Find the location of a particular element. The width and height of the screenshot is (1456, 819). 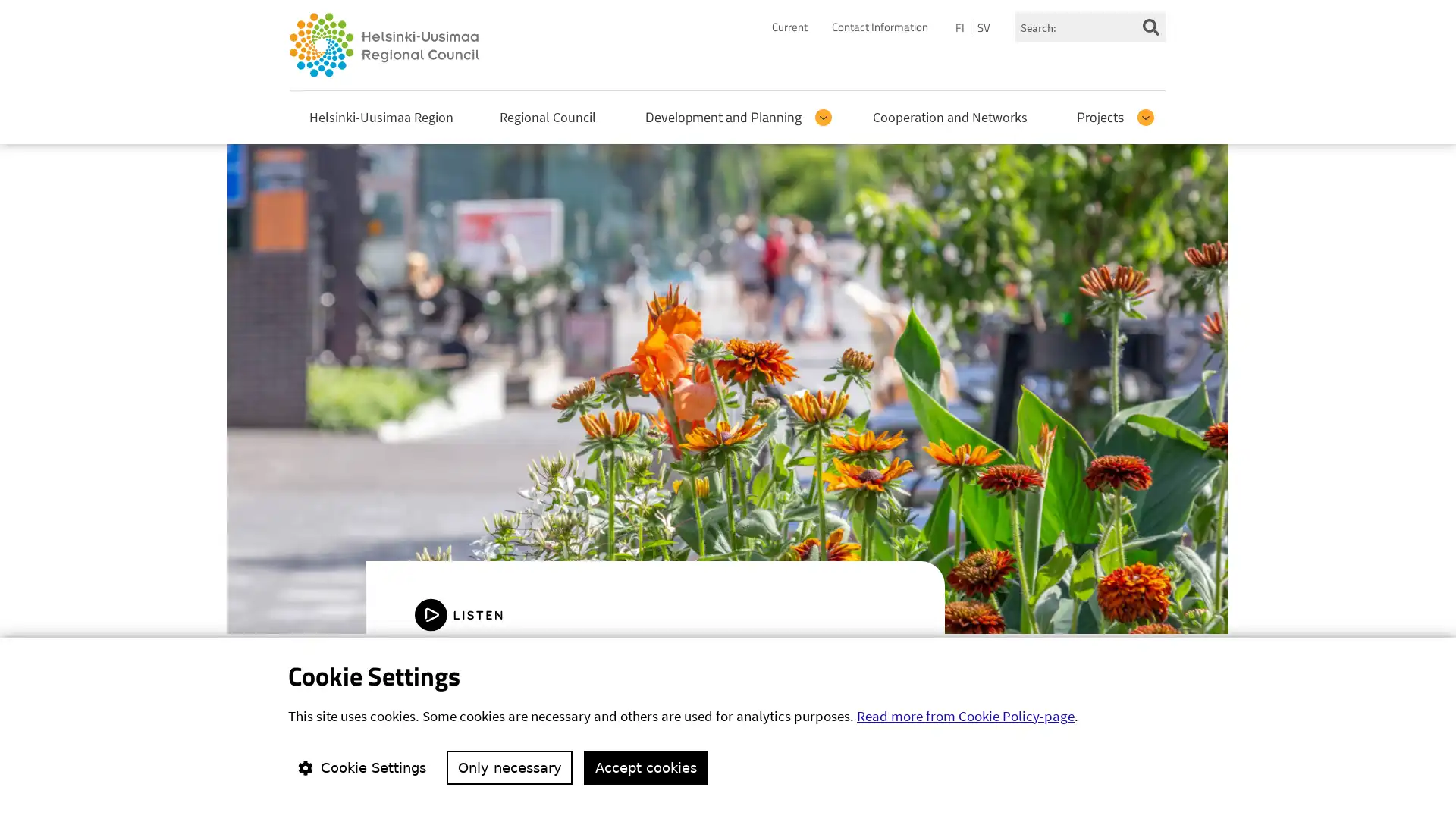

Cookie Settings is located at coordinates (360, 767).